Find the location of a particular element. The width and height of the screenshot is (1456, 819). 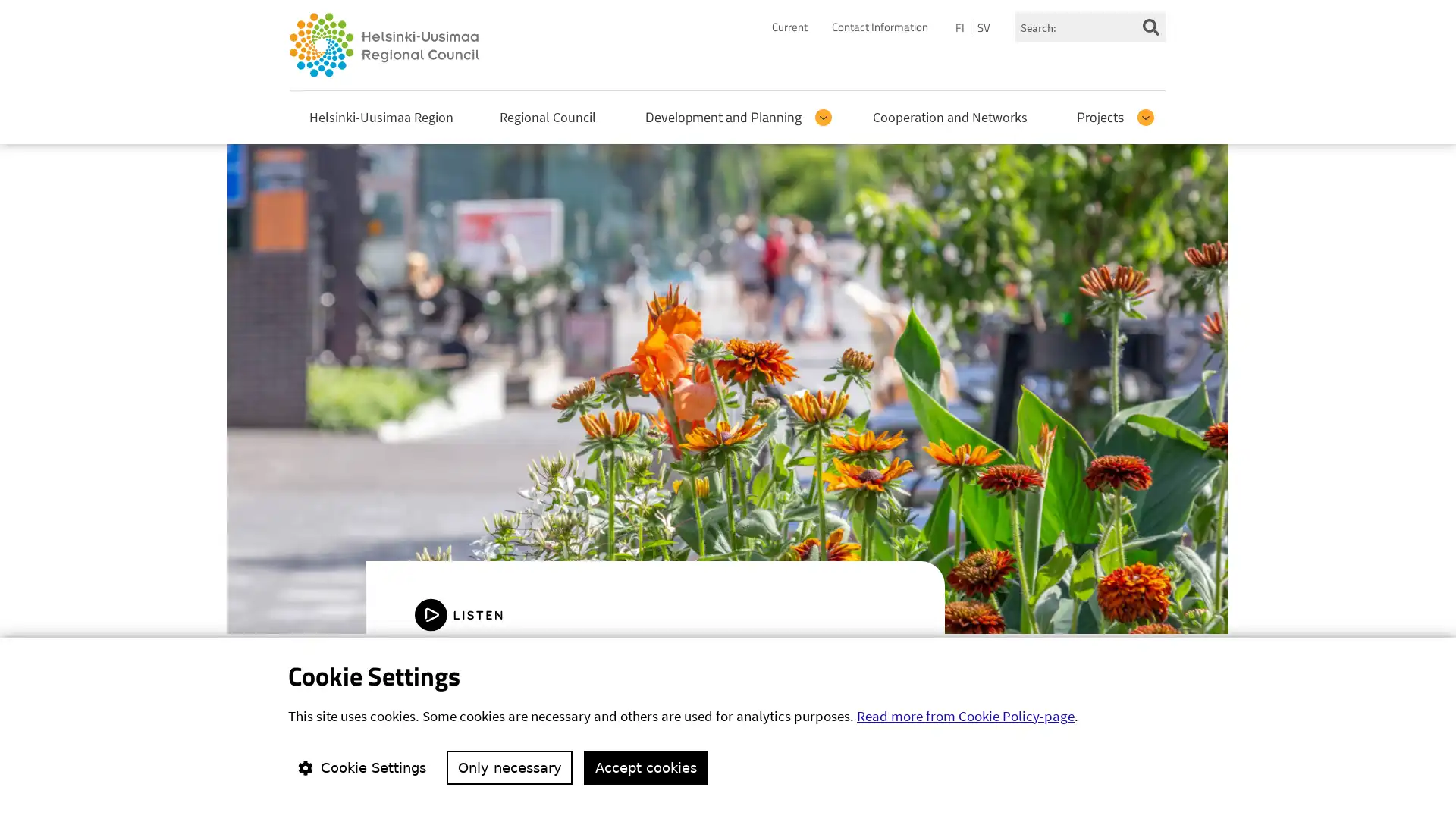

Cookie Settings is located at coordinates (360, 767).